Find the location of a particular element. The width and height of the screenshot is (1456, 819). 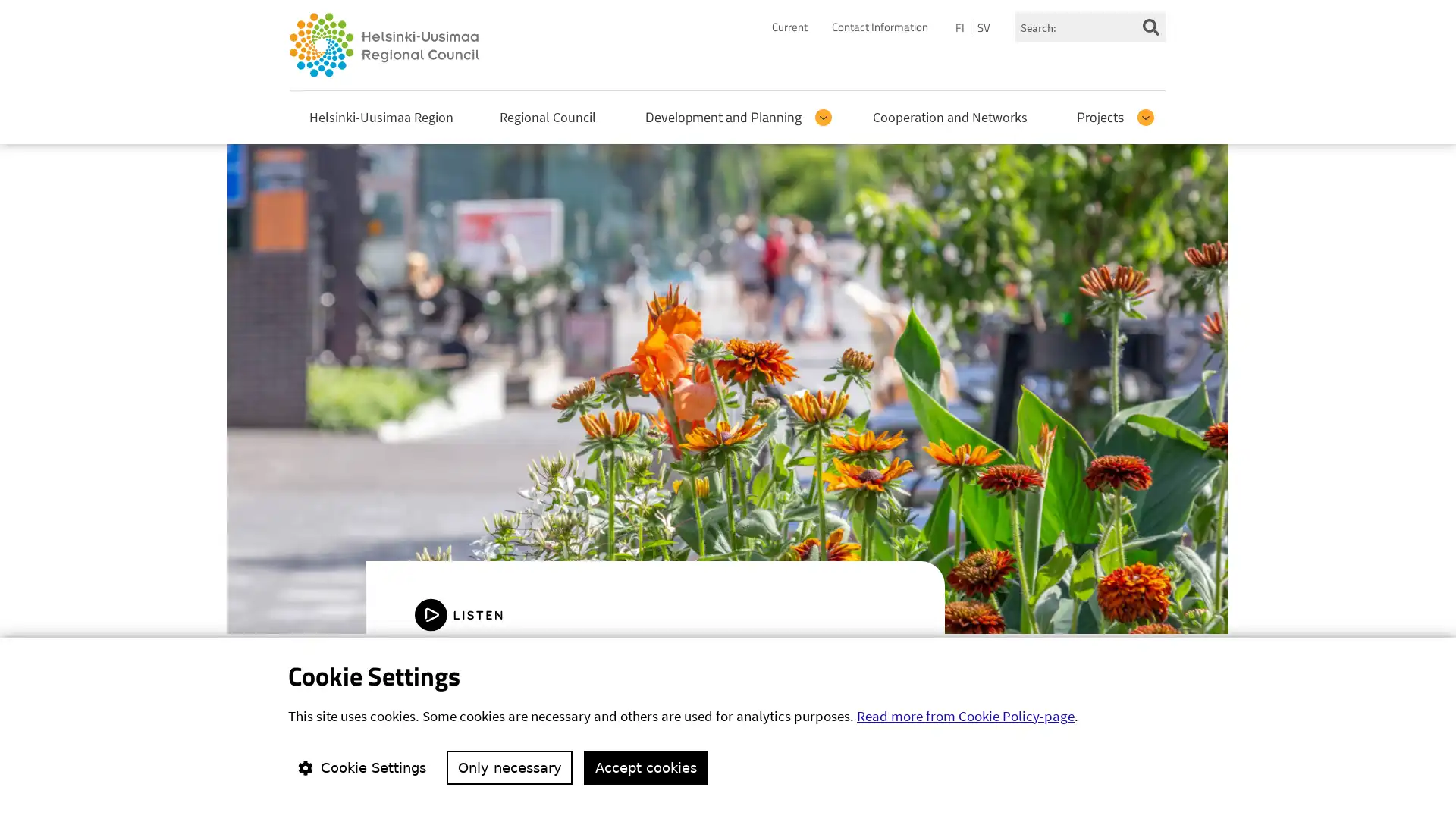

Cookie Settings is located at coordinates (360, 767).